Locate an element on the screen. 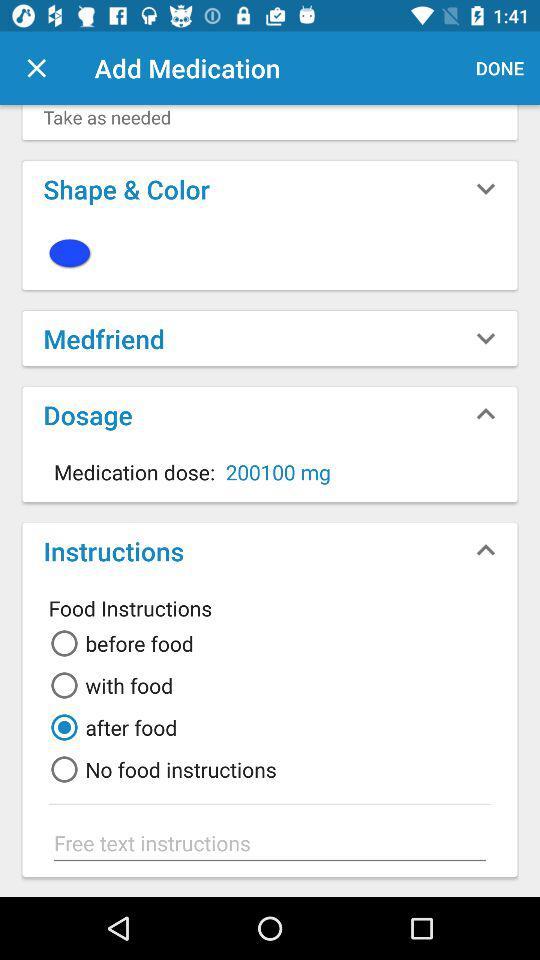 The width and height of the screenshot is (540, 960). the done is located at coordinates (499, 68).